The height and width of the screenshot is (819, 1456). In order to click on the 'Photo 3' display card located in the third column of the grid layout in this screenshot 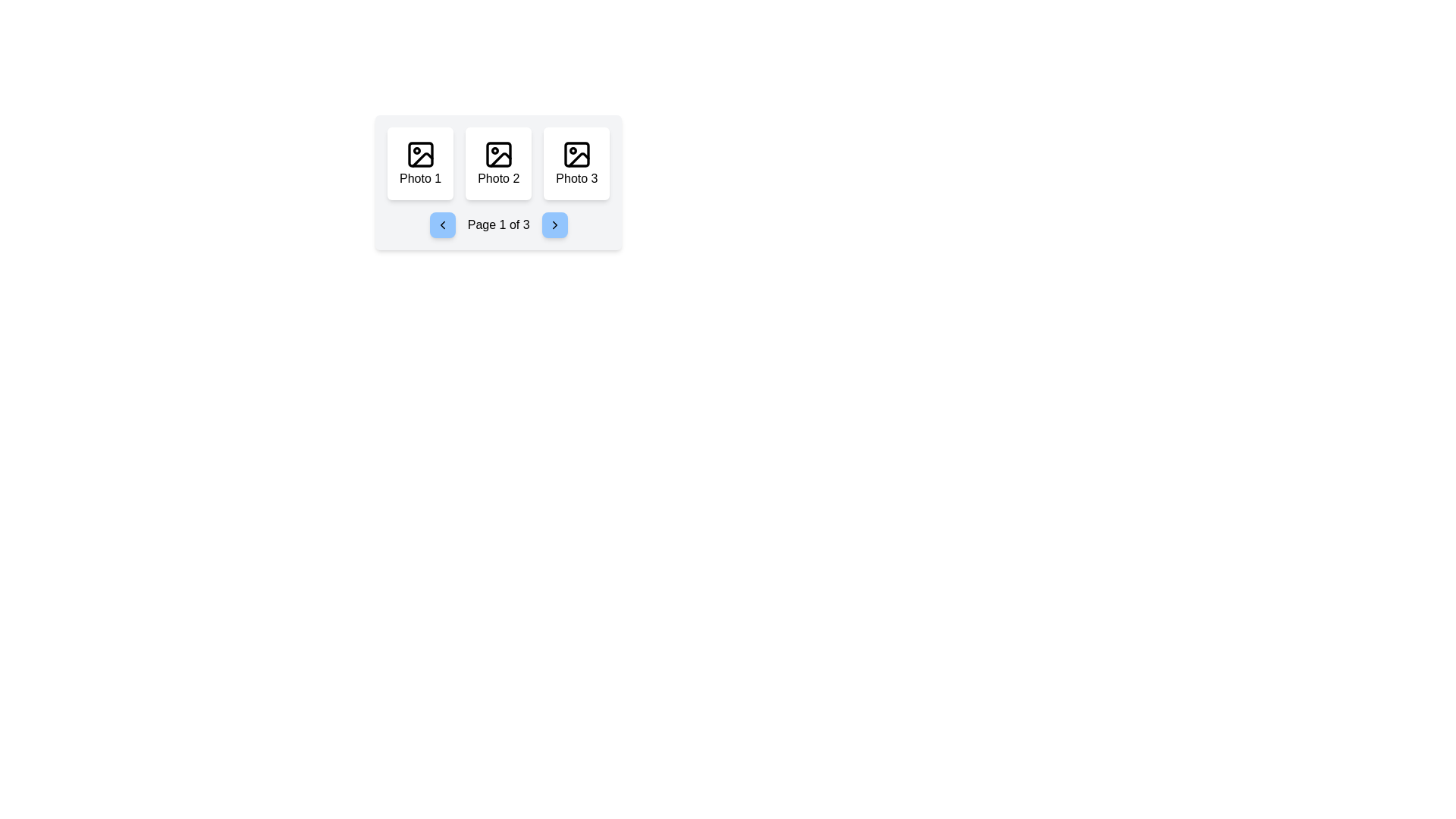, I will do `click(576, 164)`.